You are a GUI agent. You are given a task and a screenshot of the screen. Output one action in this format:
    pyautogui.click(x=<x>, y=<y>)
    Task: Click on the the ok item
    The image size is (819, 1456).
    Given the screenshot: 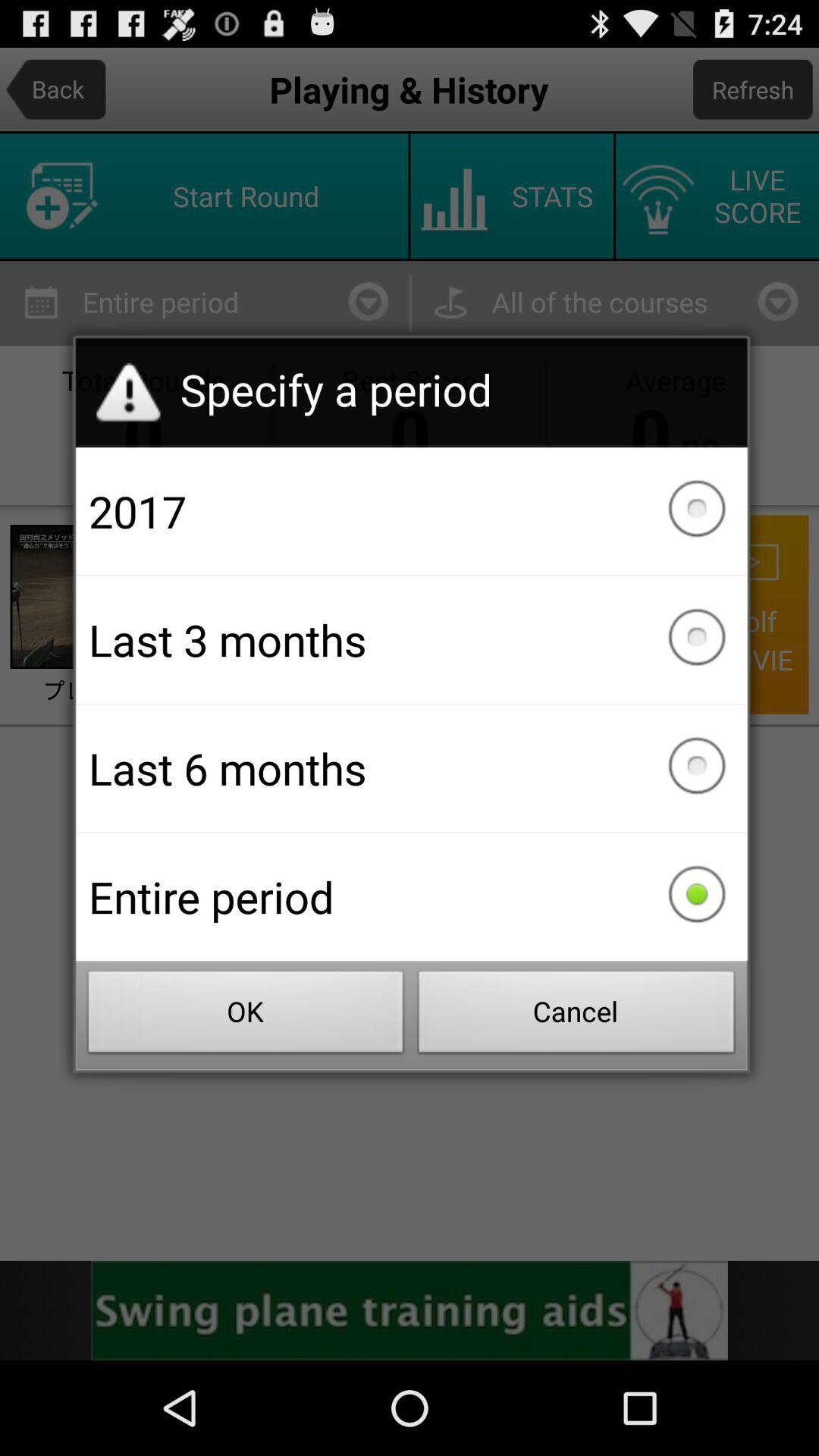 What is the action you would take?
    pyautogui.click(x=245, y=1016)
    